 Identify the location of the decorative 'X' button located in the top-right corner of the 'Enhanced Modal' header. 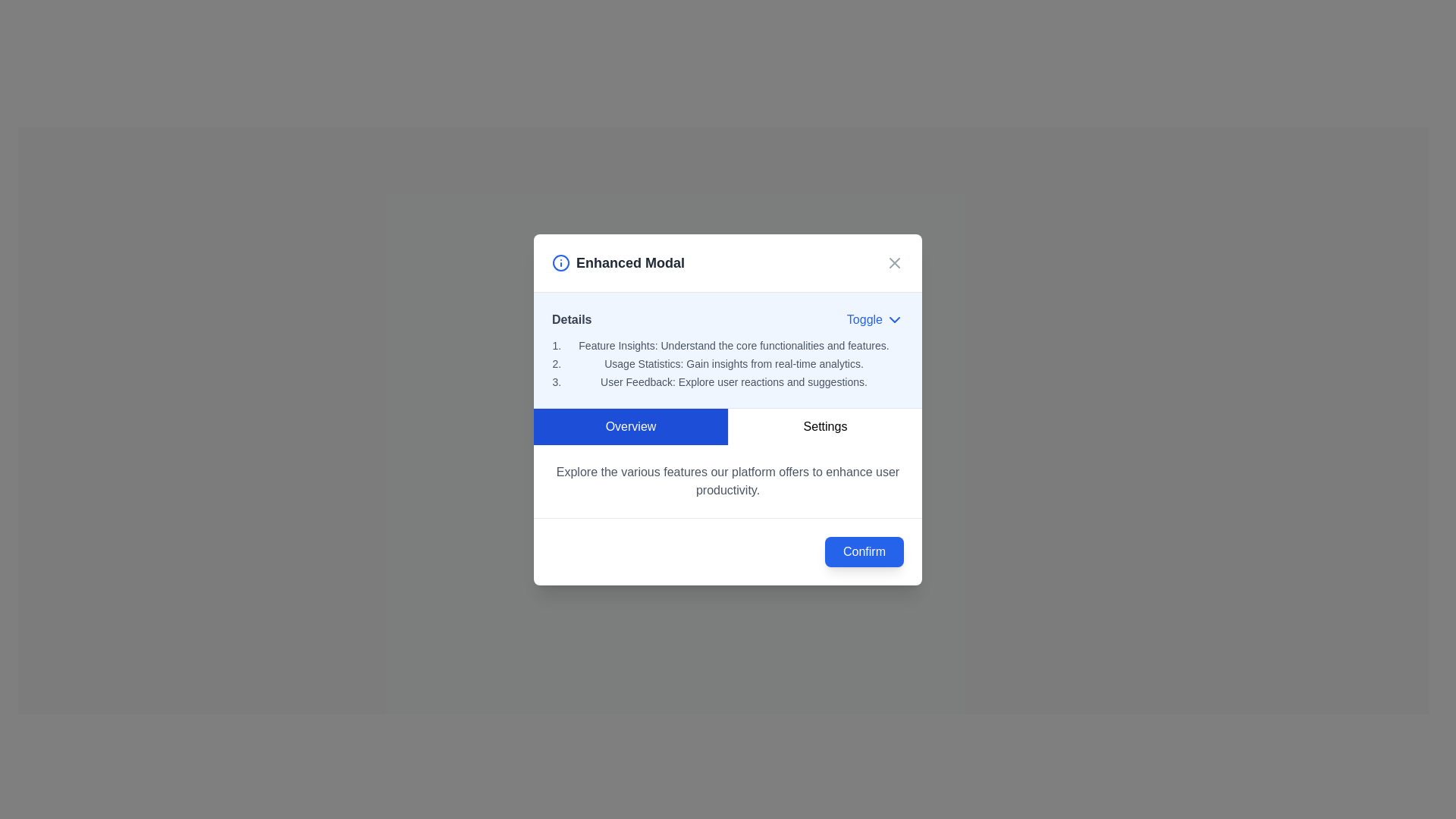
(895, 262).